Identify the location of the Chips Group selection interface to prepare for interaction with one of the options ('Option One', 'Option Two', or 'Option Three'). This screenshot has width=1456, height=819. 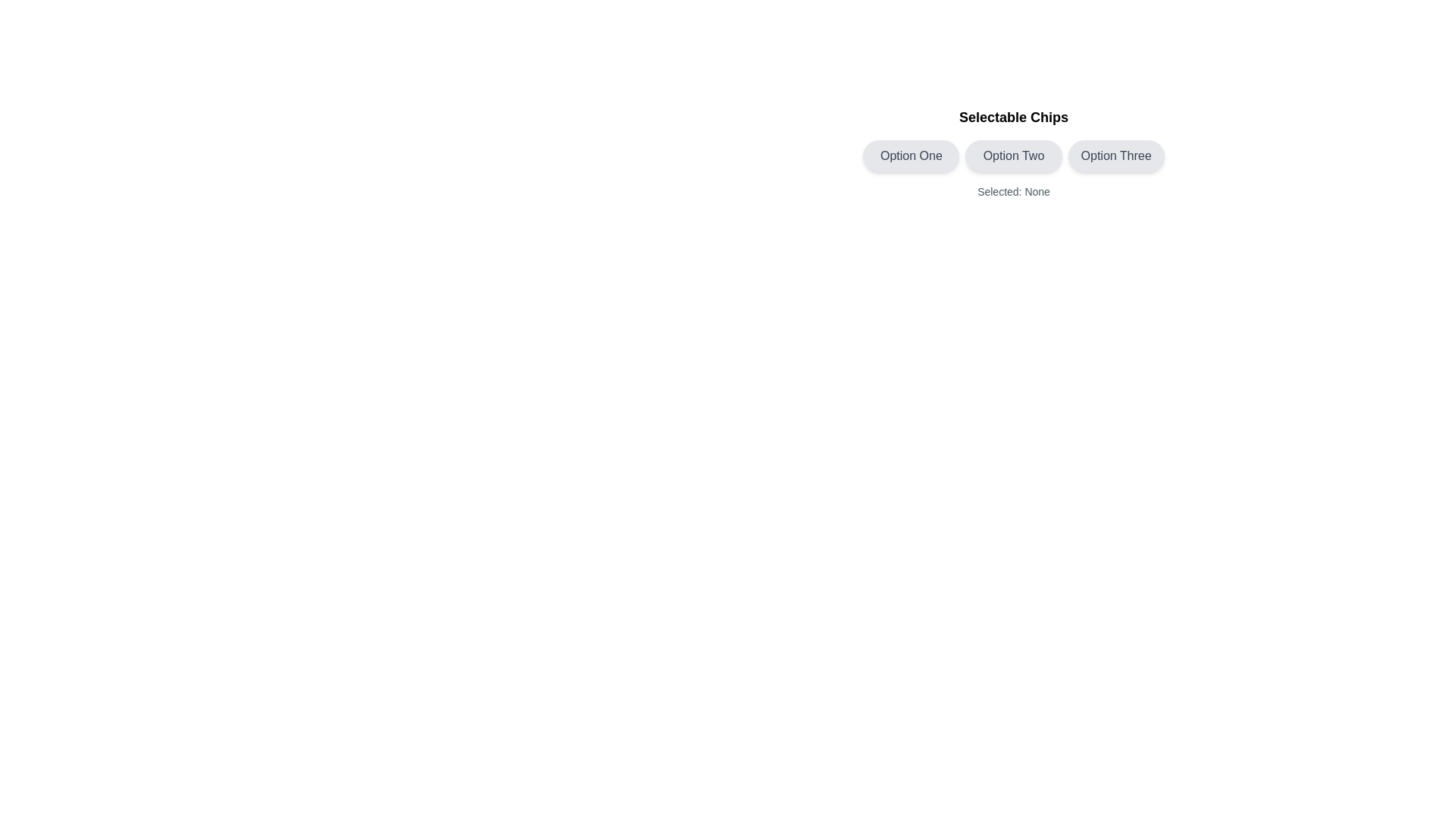
(1014, 155).